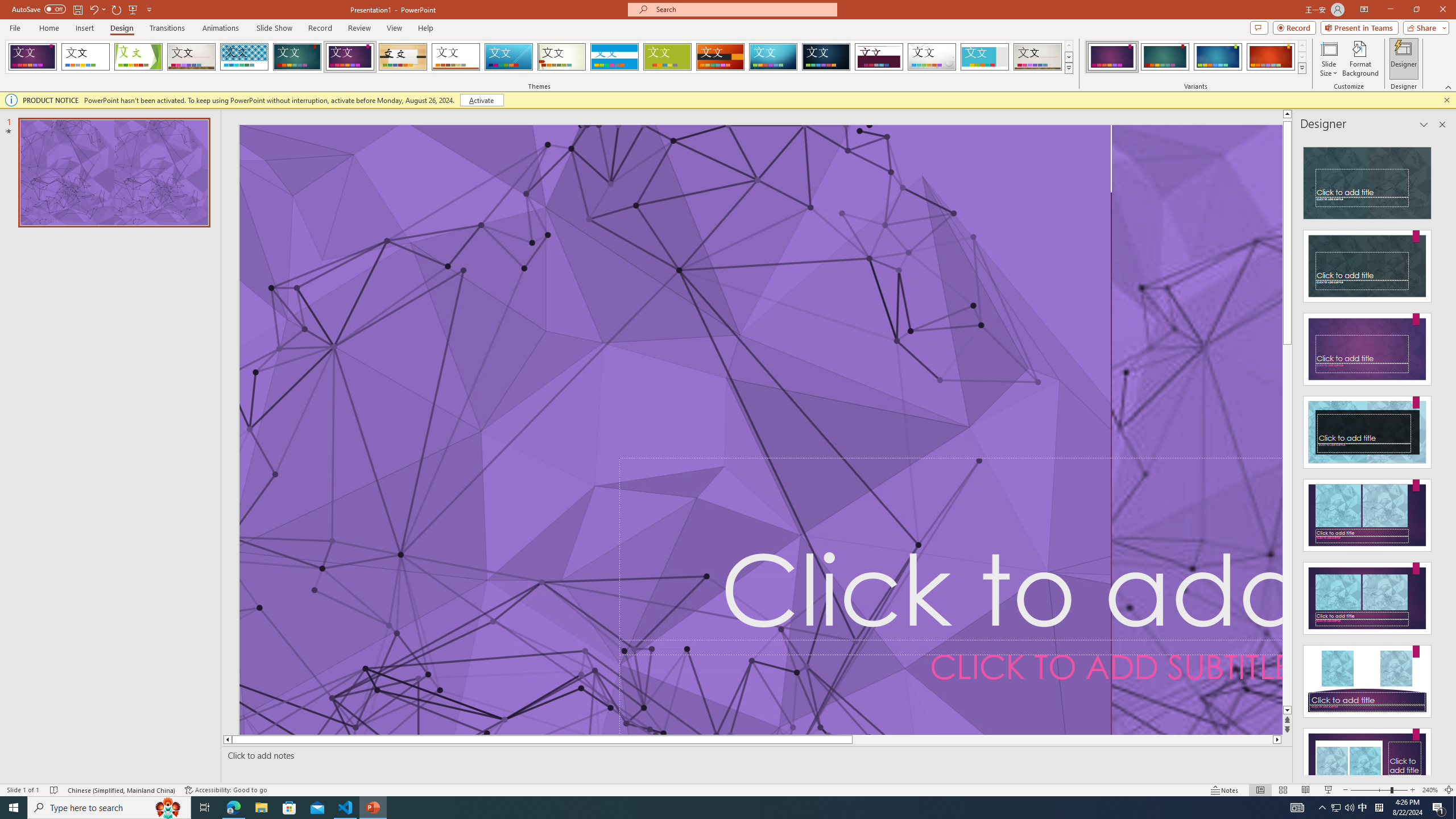  Describe the element at coordinates (772, 56) in the screenshot. I see `'Circuit'` at that location.